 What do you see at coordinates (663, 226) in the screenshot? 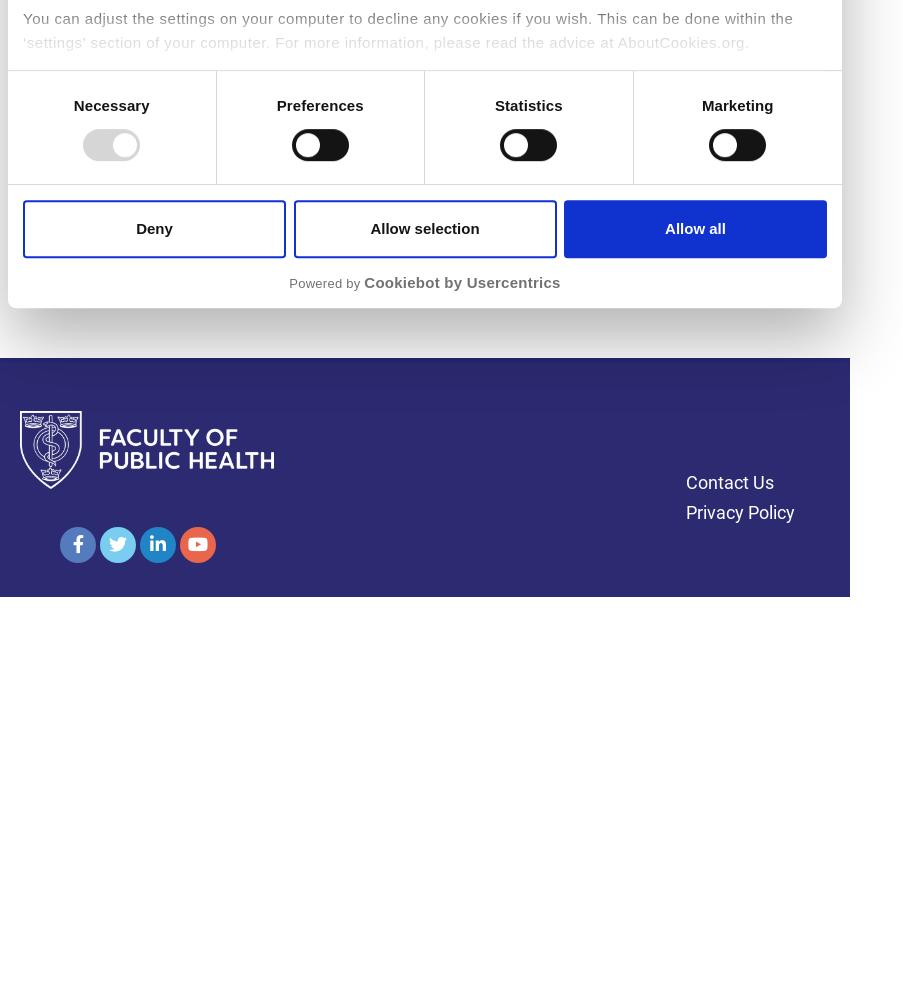
I see `'Allow all'` at bounding box center [663, 226].